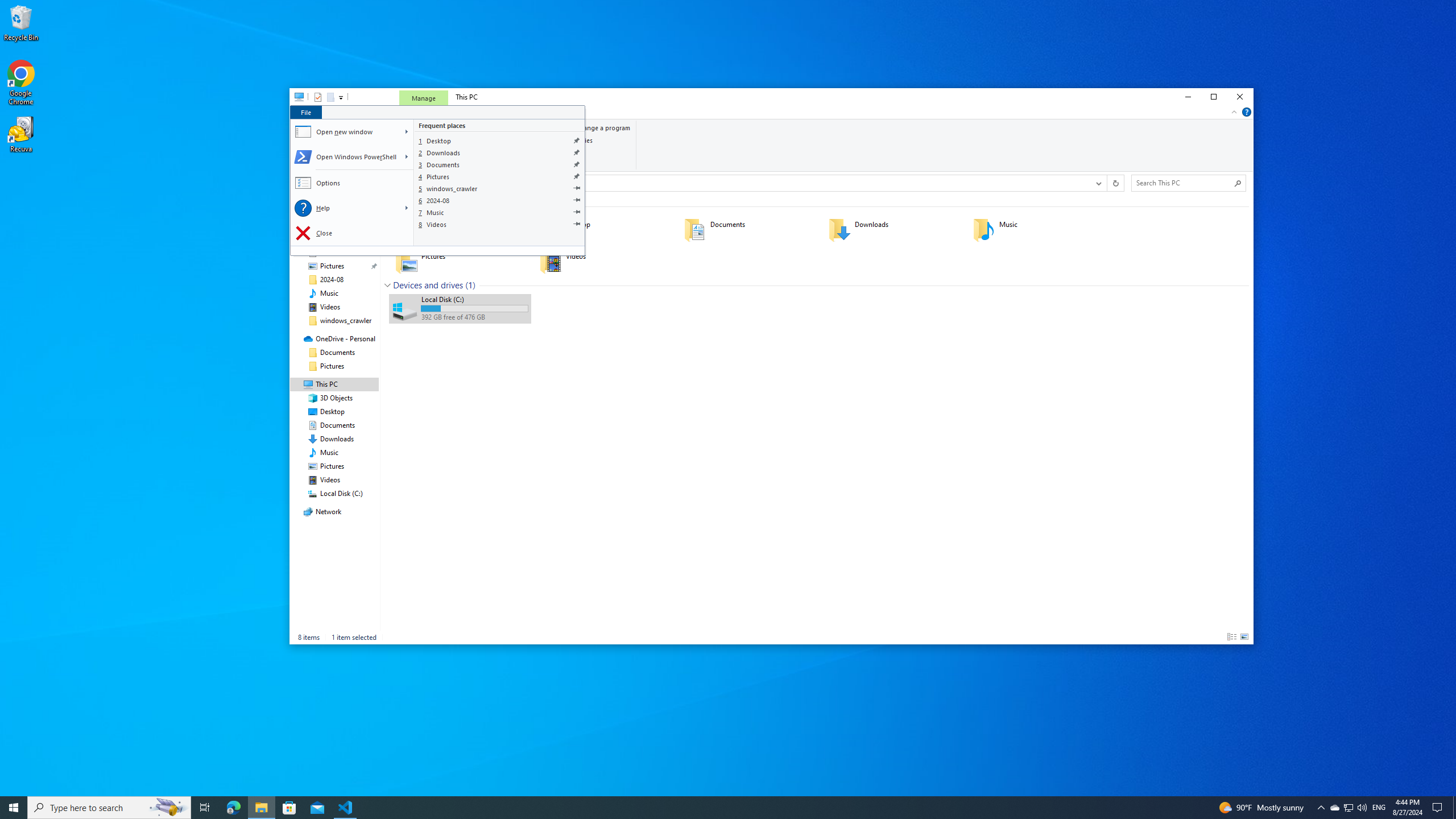 The height and width of the screenshot is (819, 1456). Describe the element at coordinates (345, 131) in the screenshot. I see `'Open new window'` at that location.